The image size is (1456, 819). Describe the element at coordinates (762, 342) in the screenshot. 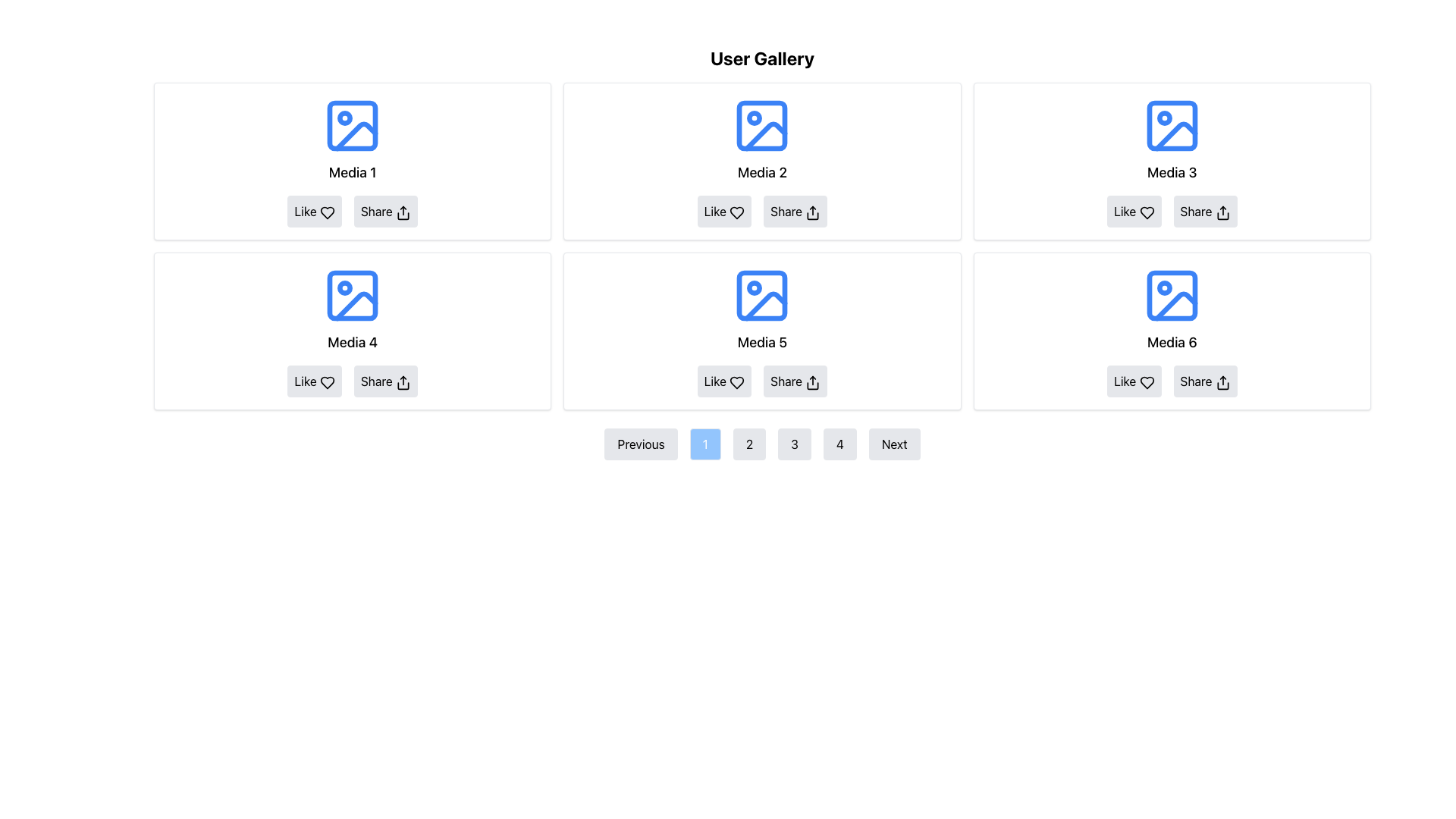

I see `the static text label displaying 'Media 5', which is positioned below an image icon within its bordered card layout in the second row and third column of a 2x3 grid` at that location.